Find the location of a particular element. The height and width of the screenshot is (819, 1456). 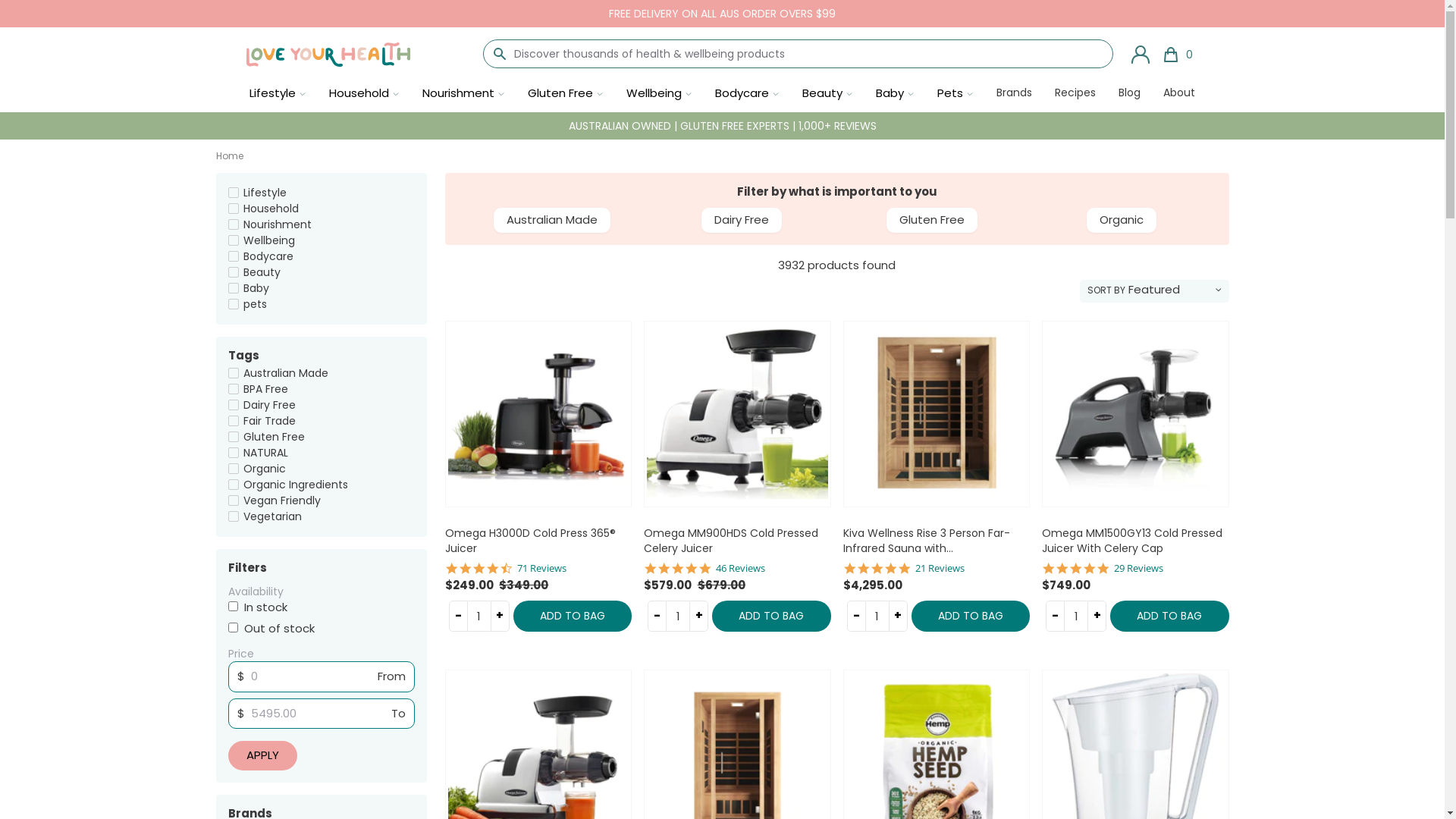

'Dairy Free' is located at coordinates (742, 220).